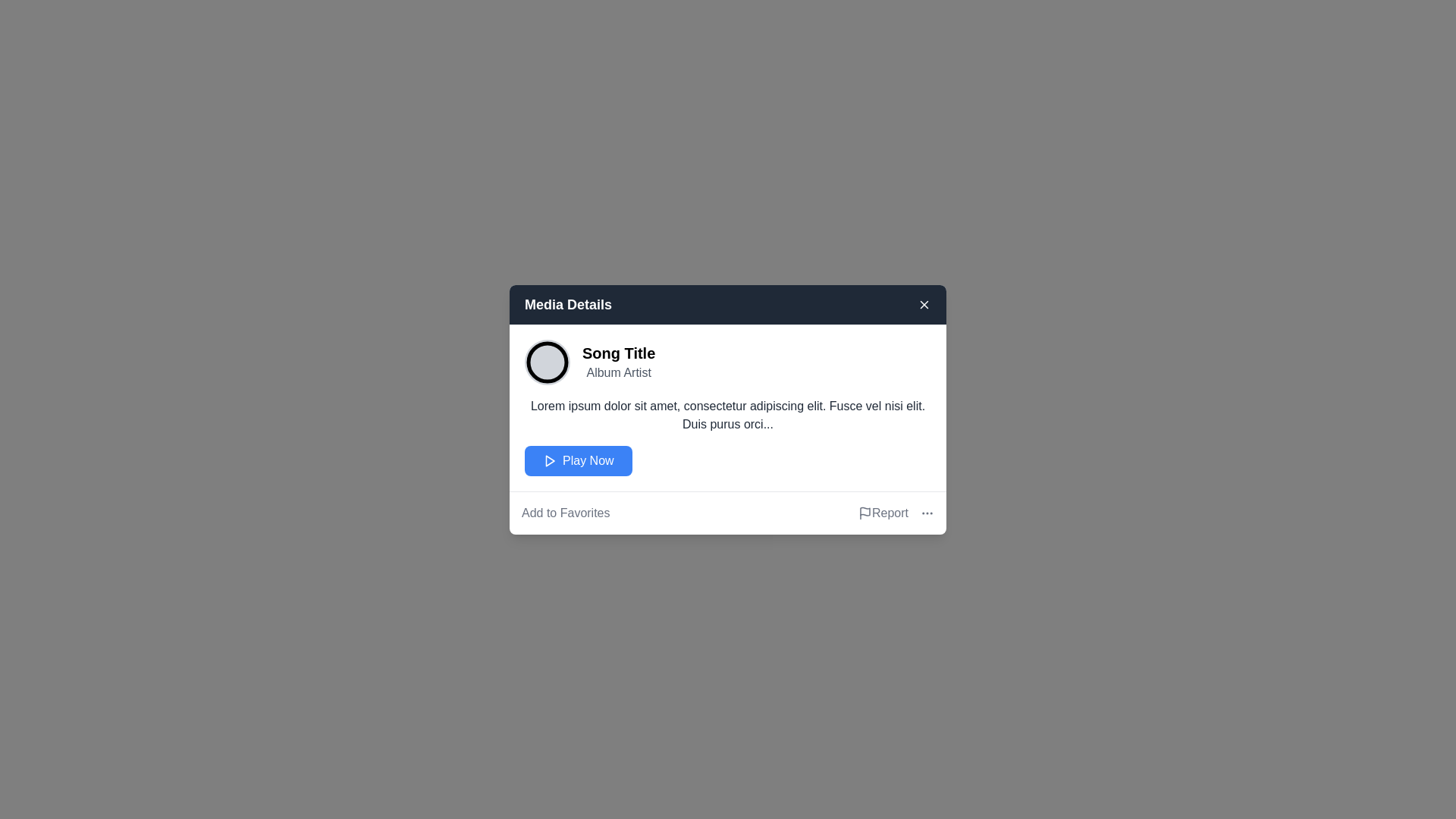  What do you see at coordinates (927, 512) in the screenshot?
I see `the ellipsis icon located at the bottom right of the interface next to the 'Report' text` at bounding box center [927, 512].